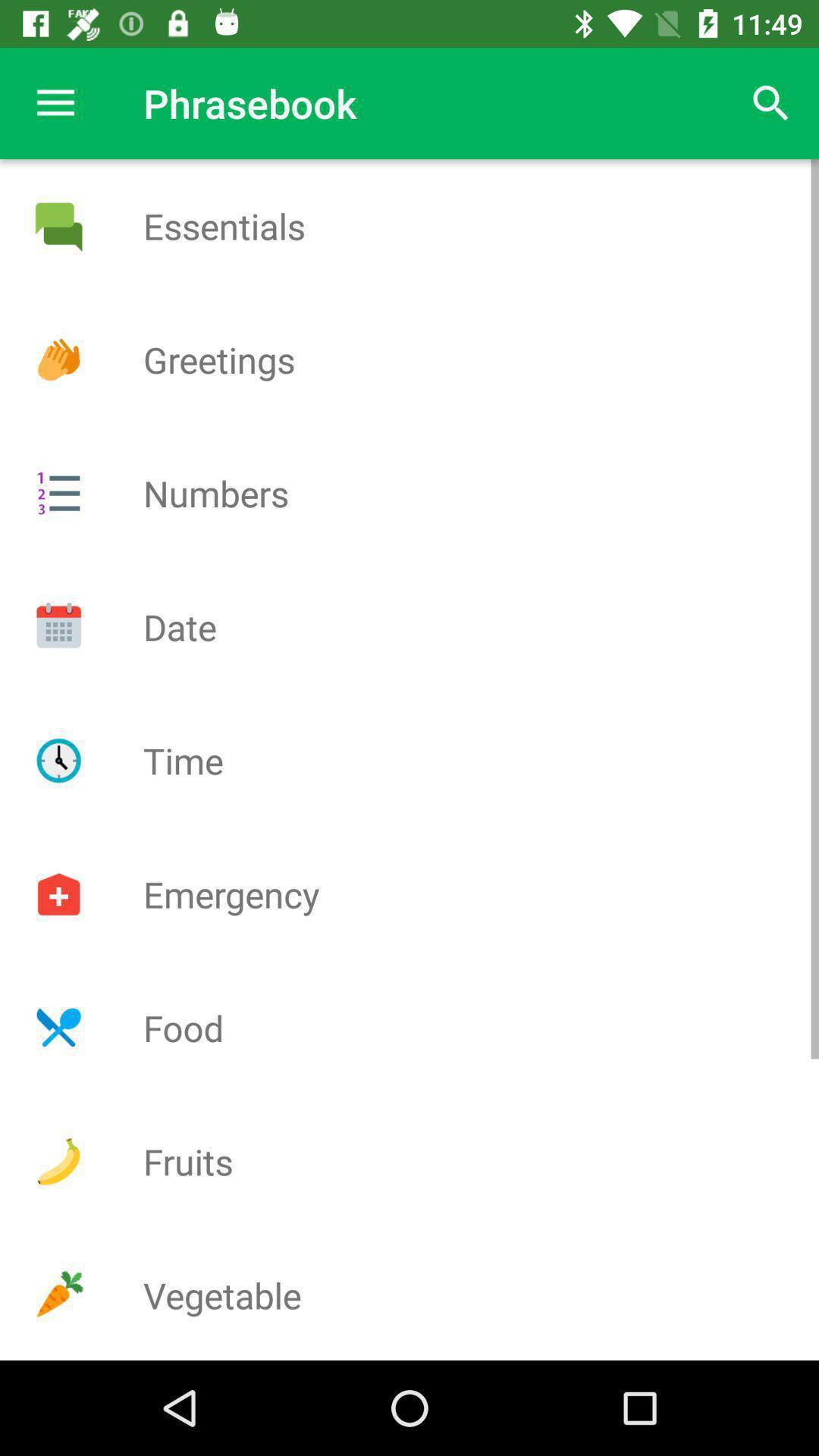 Image resolution: width=819 pixels, height=1456 pixels. Describe the element at coordinates (58, 761) in the screenshot. I see `time phrases` at that location.